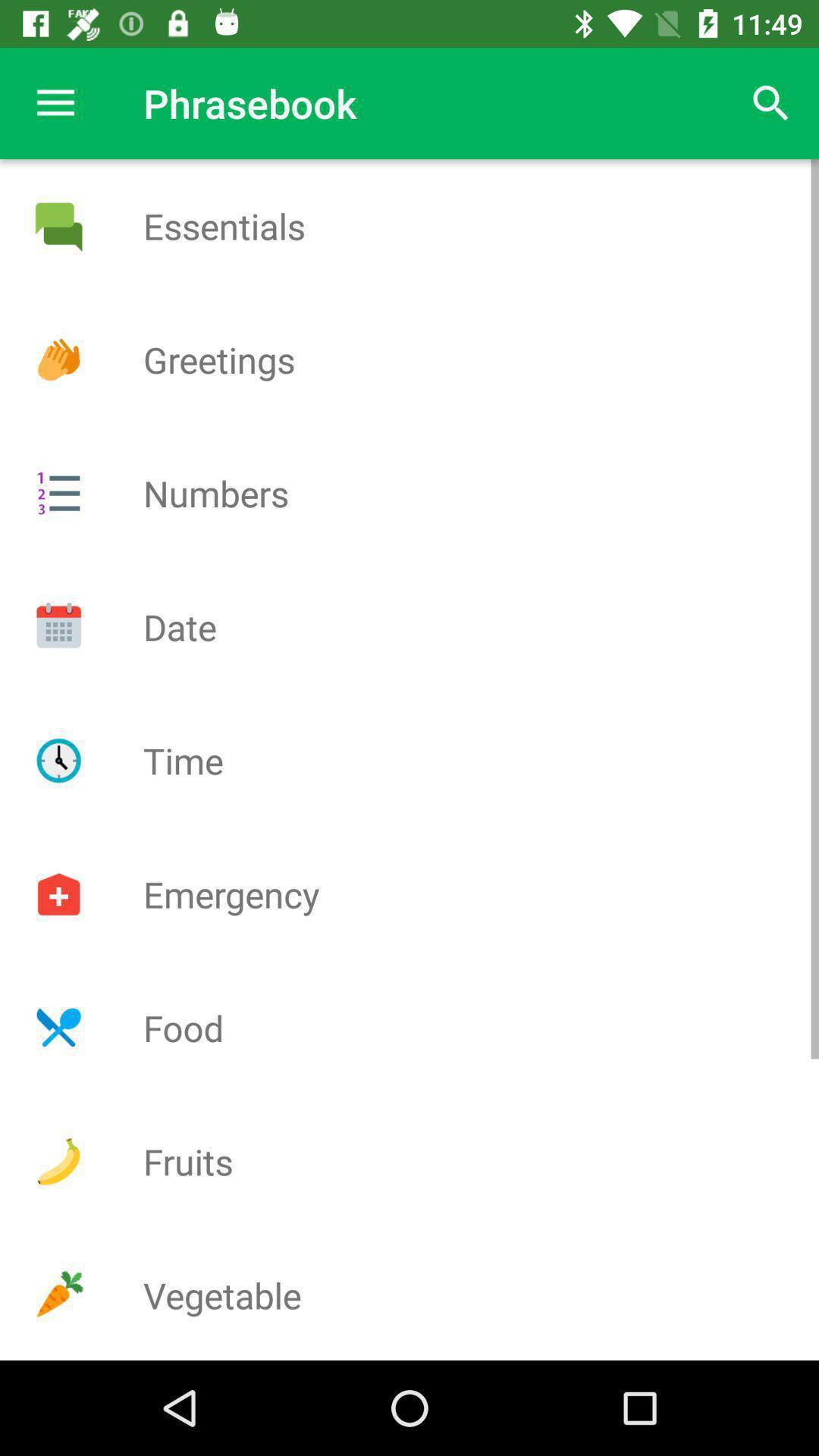 Image resolution: width=819 pixels, height=1456 pixels. Describe the element at coordinates (58, 761) in the screenshot. I see `time phrases` at that location.